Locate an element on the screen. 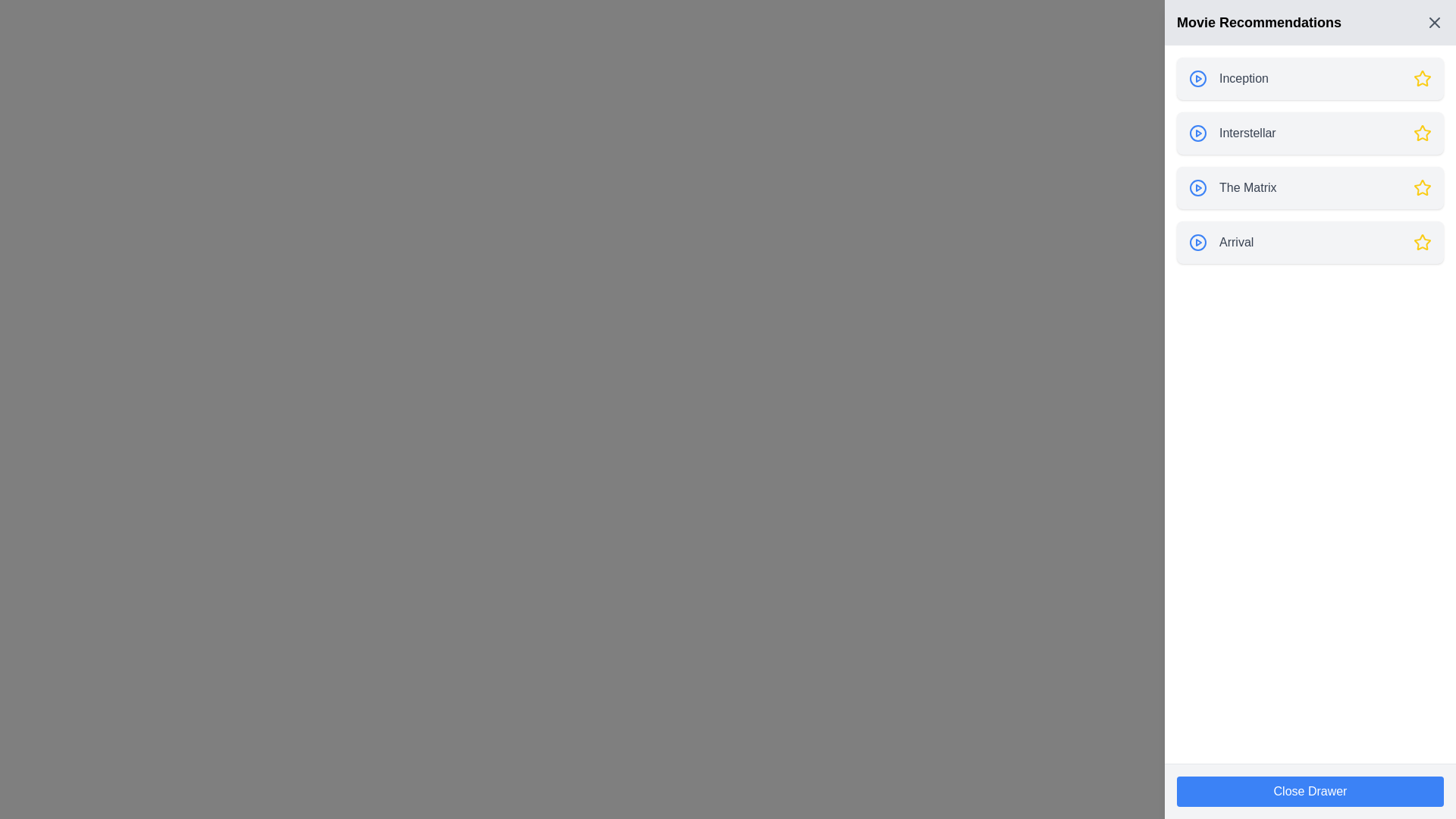  the text label element displaying 'Inception', which is located in the first row under 'Movie Recommendations' in the sidebar, with a play button icon on the left and a star icon on the right is located at coordinates (1244, 79).